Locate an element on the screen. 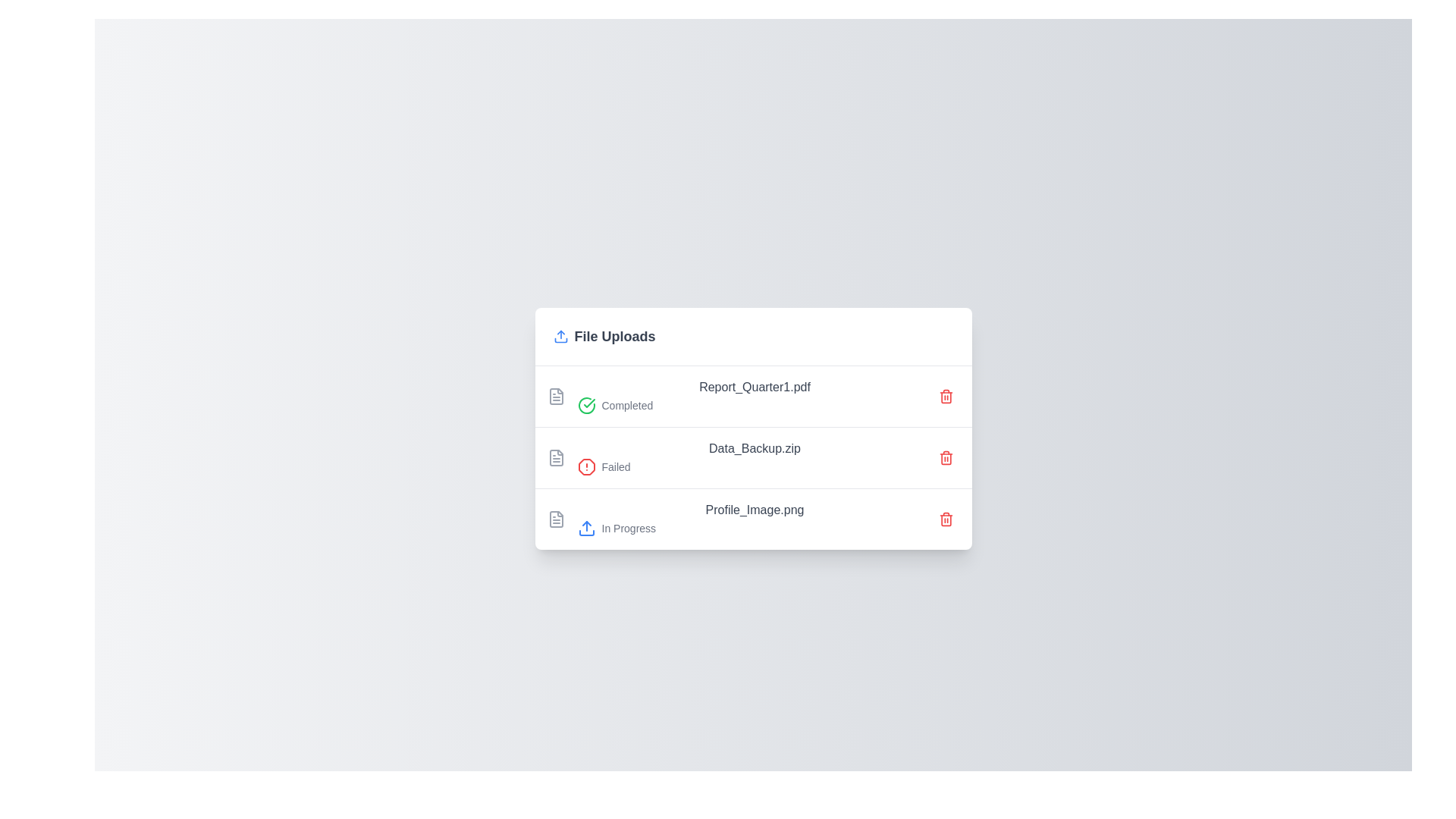  the label displaying the file name 'Data_Backup.zip', which is positioned centrally in the UI, above 'Profile_Image.png' and below 'Report_Quarter1.pdf' is located at coordinates (755, 447).